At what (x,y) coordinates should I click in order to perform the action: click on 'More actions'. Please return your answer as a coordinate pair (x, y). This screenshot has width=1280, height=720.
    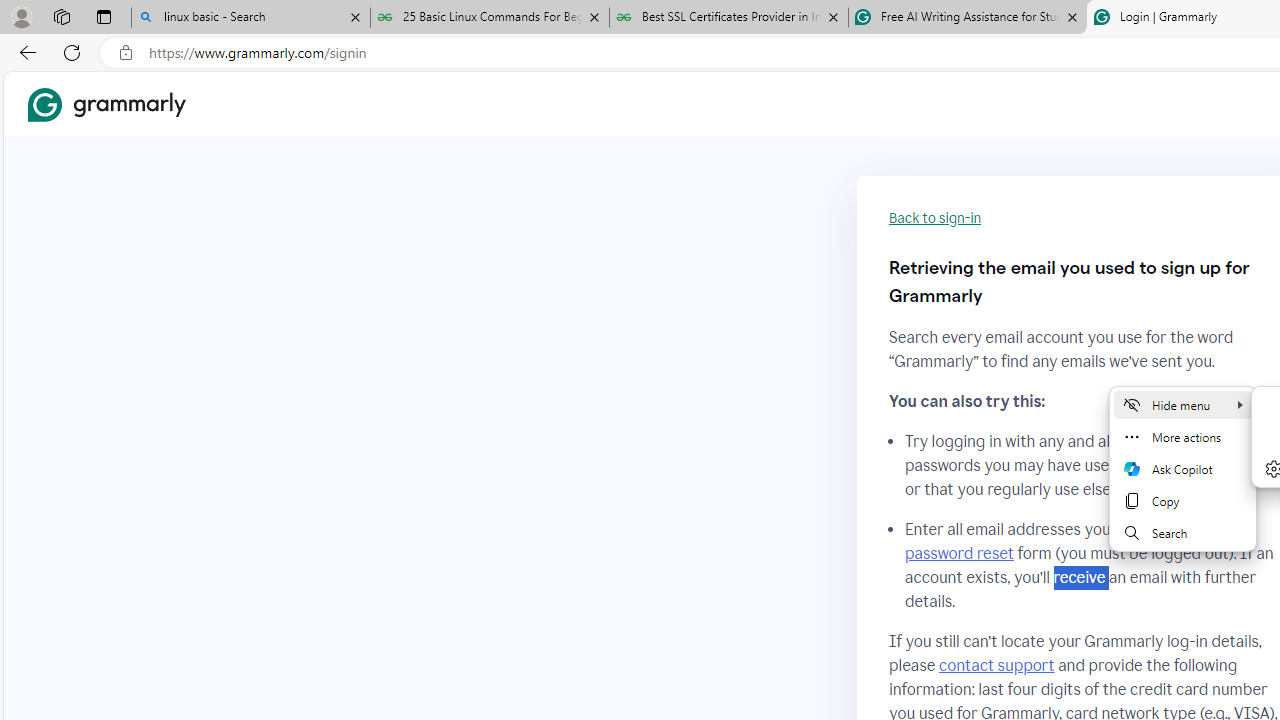
    Looking at the image, I should click on (1182, 436).